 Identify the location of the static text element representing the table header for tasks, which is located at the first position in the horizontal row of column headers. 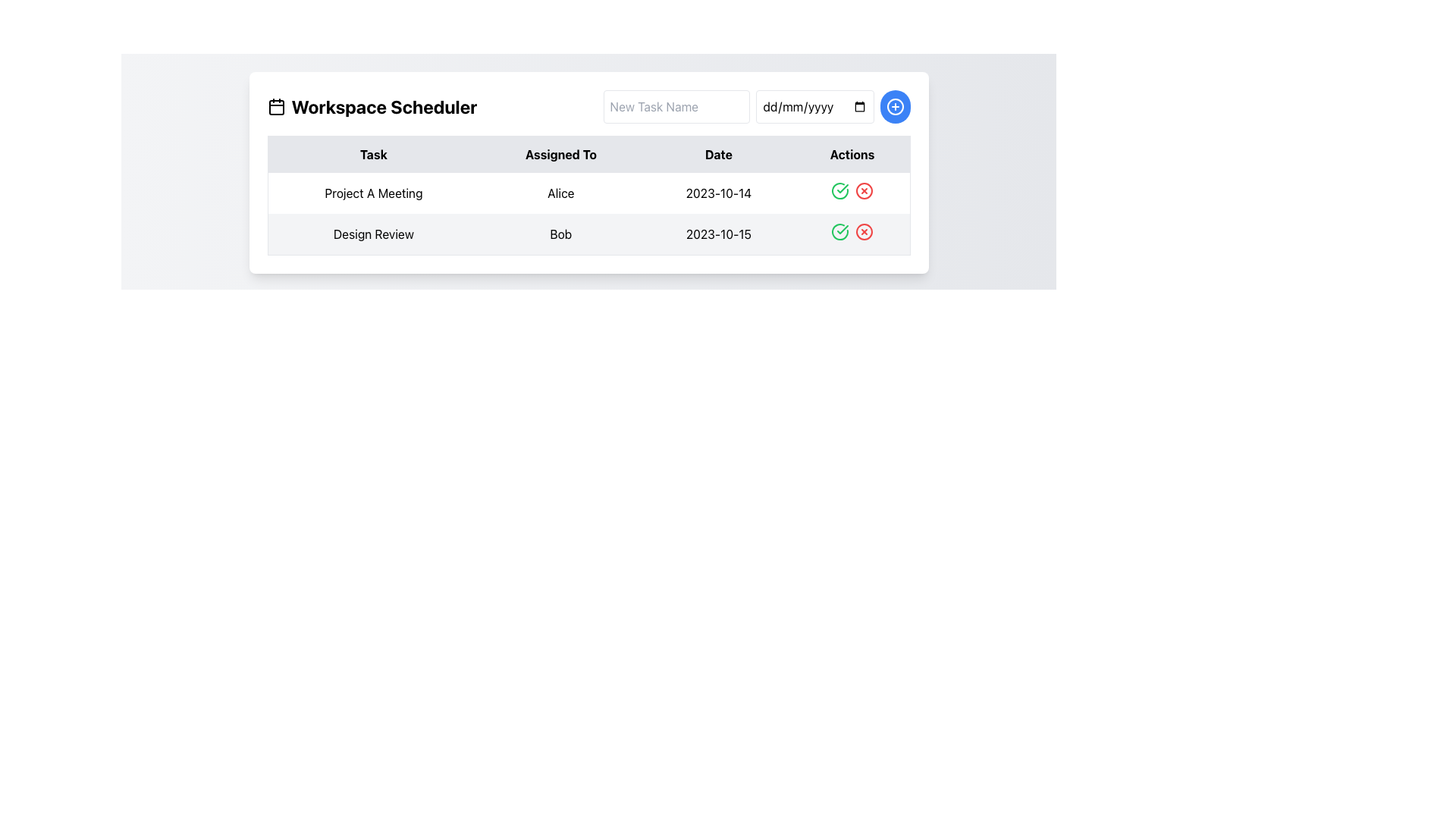
(373, 154).